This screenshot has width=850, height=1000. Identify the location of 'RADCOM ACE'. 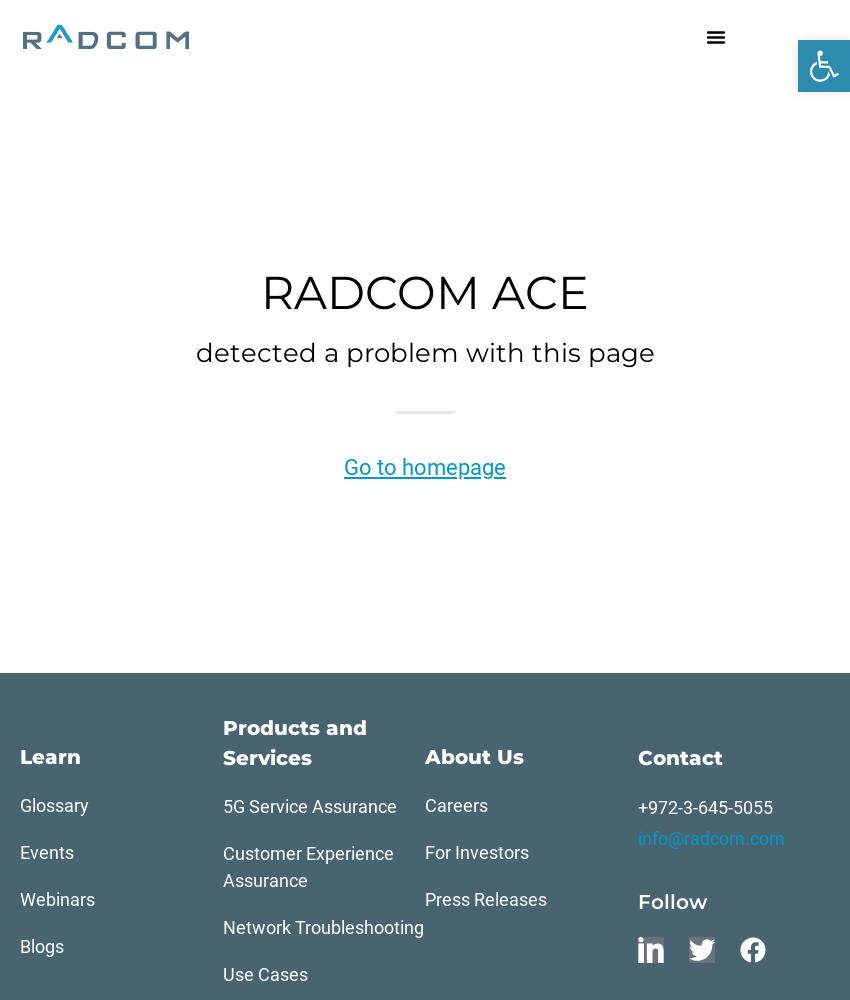
(425, 292).